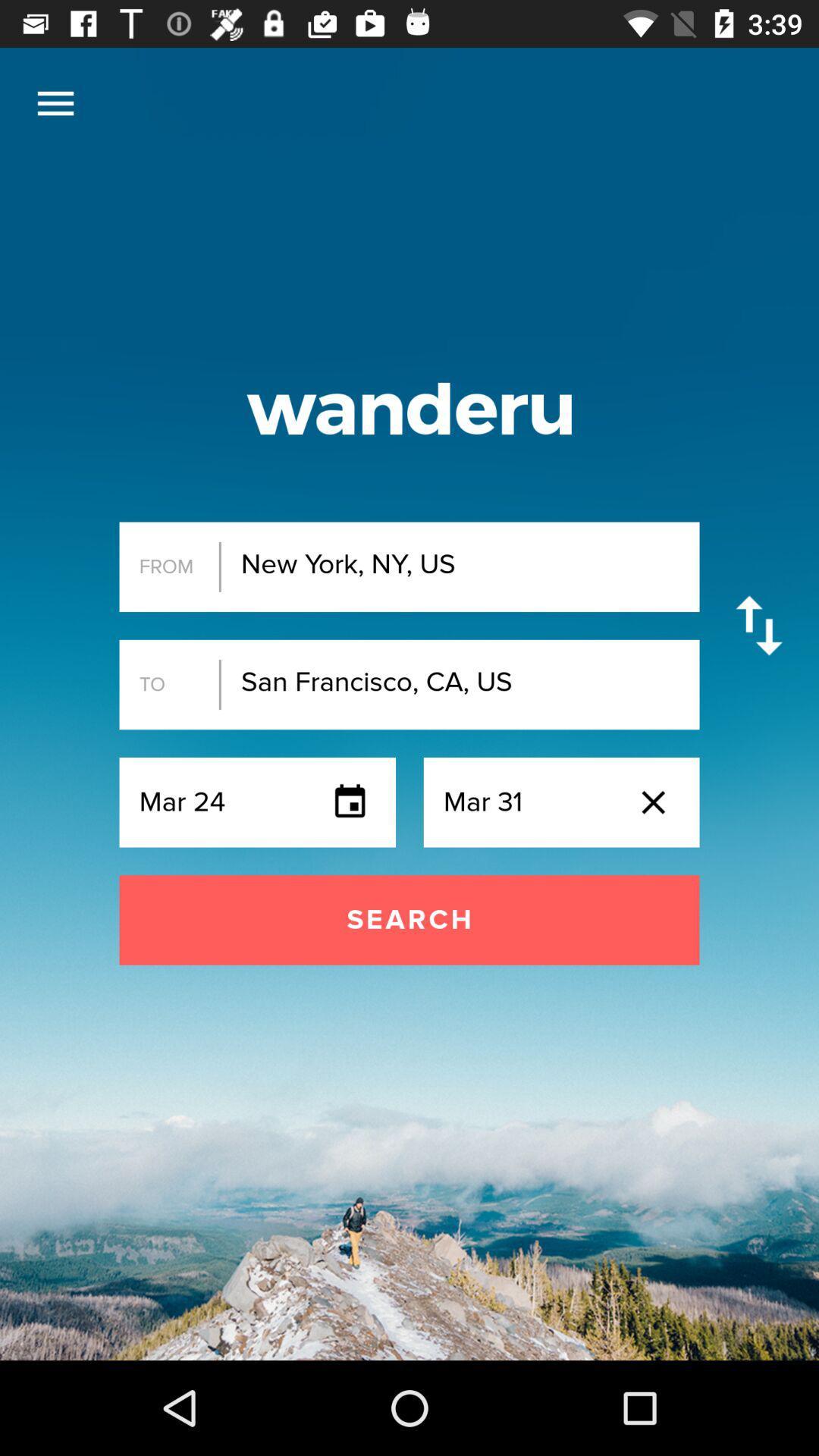 Image resolution: width=819 pixels, height=1456 pixels. Describe the element at coordinates (409, 919) in the screenshot. I see `search` at that location.